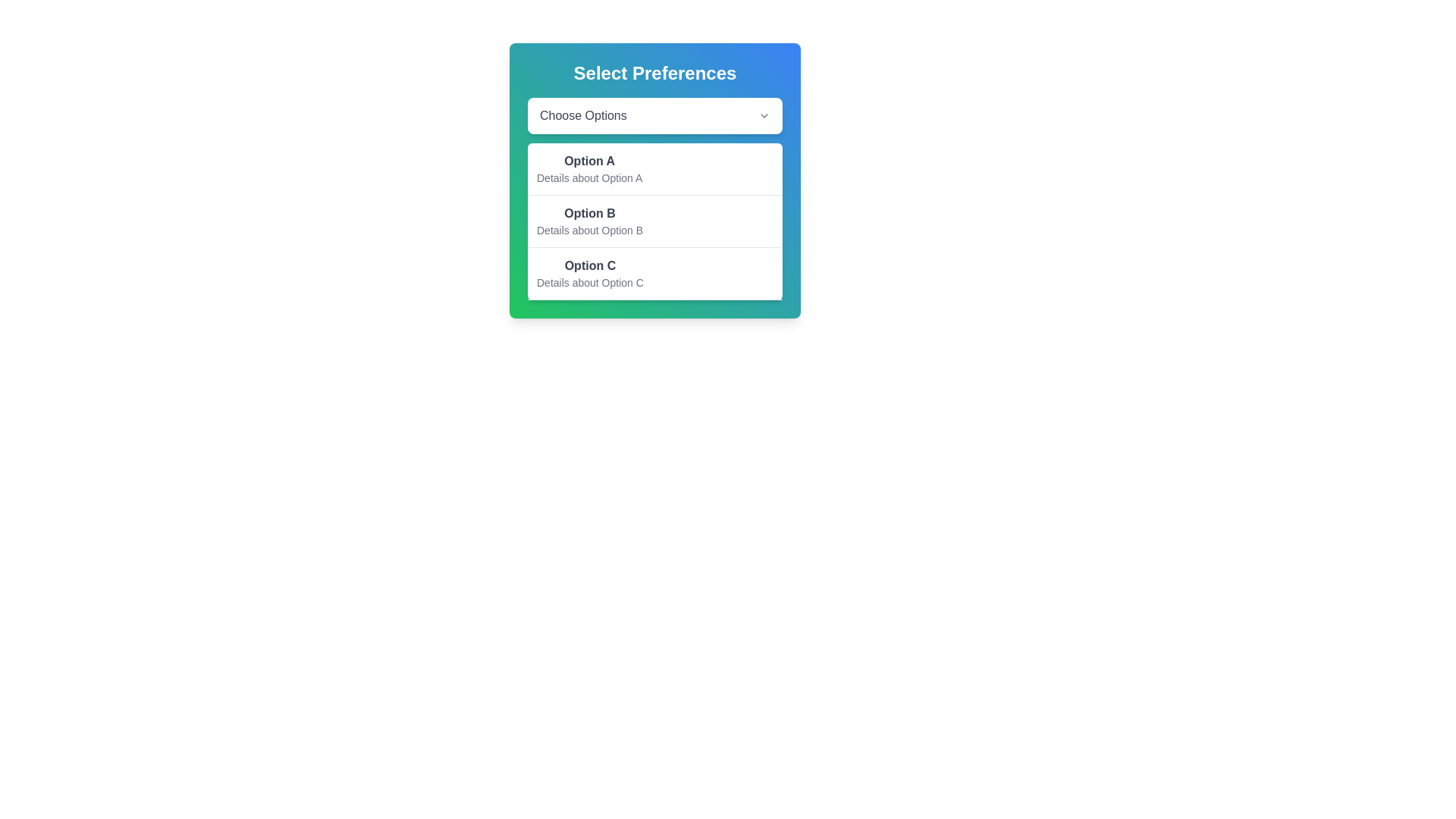  What do you see at coordinates (589, 283) in the screenshot?
I see `the static text label providing additional information about 'Option C', located below the 'Option C' option in the dropdown menu` at bounding box center [589, 283].